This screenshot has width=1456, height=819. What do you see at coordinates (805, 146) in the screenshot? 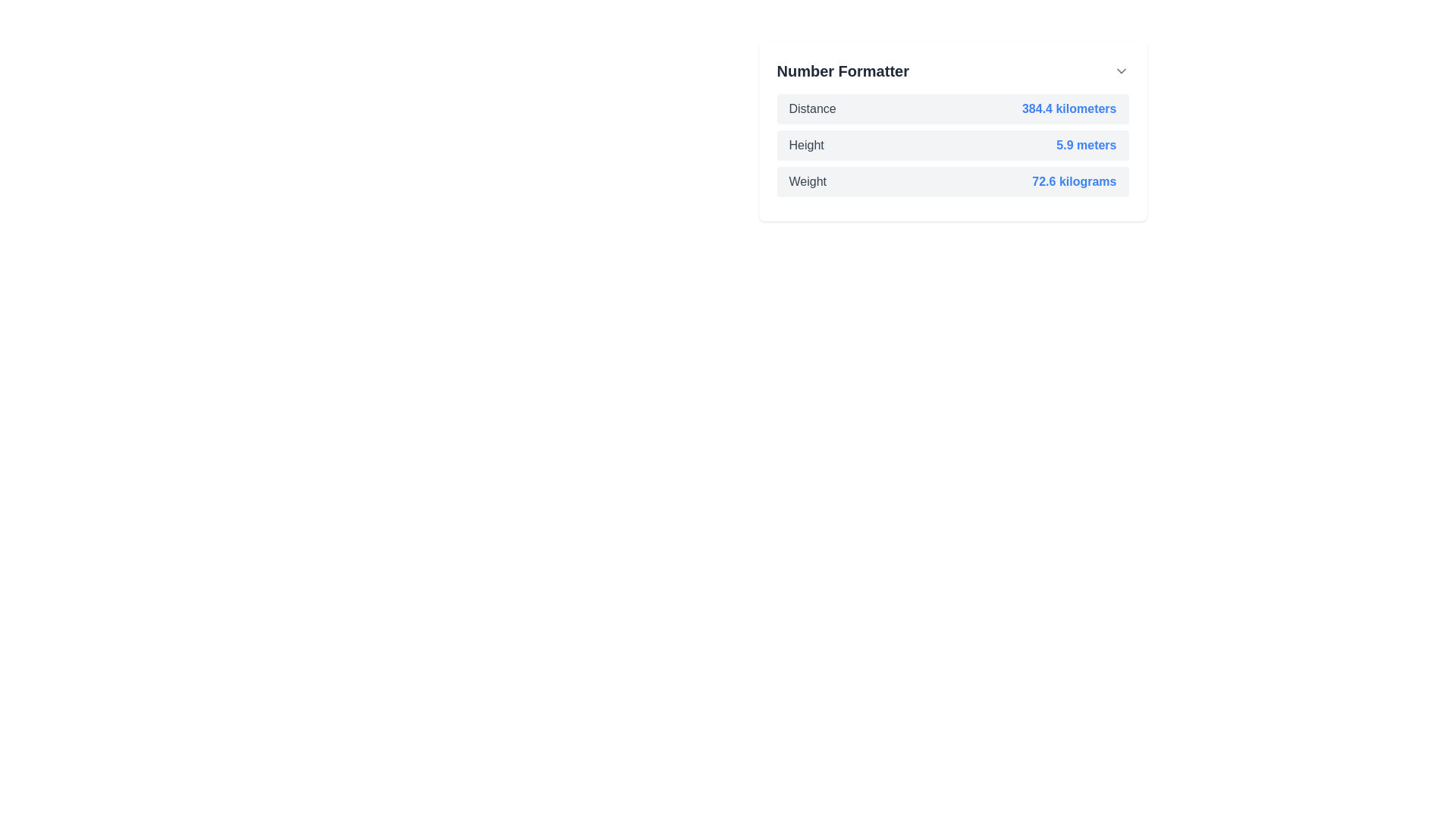
I see `the 'Height' label which is styled in gray and positioned at the beginning of a row, distinguished by a light gray rectangular background` at bounding box center [805, 146].